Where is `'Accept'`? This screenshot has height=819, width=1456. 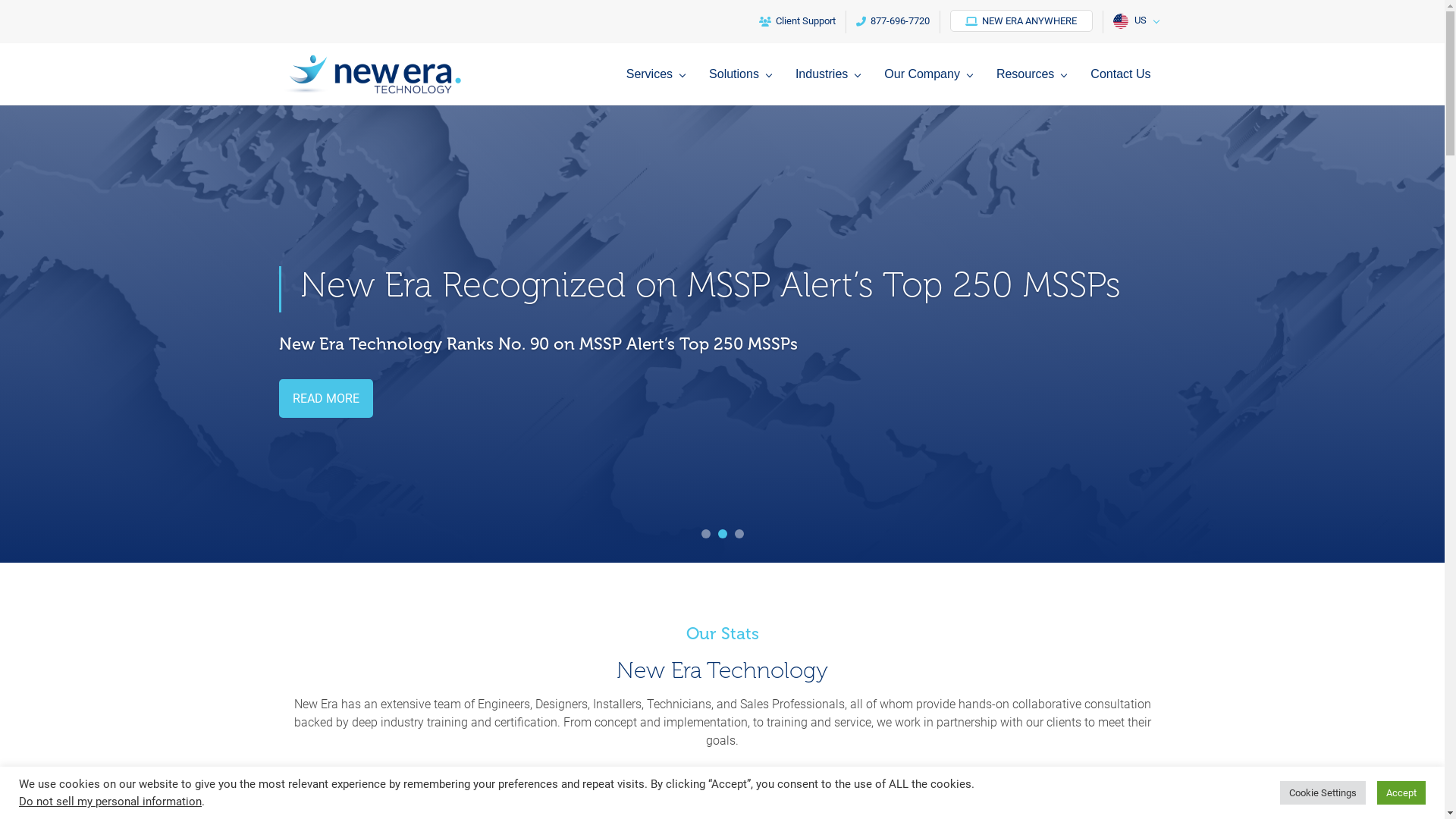
'Accept' is located at coordinates (1401, 792).